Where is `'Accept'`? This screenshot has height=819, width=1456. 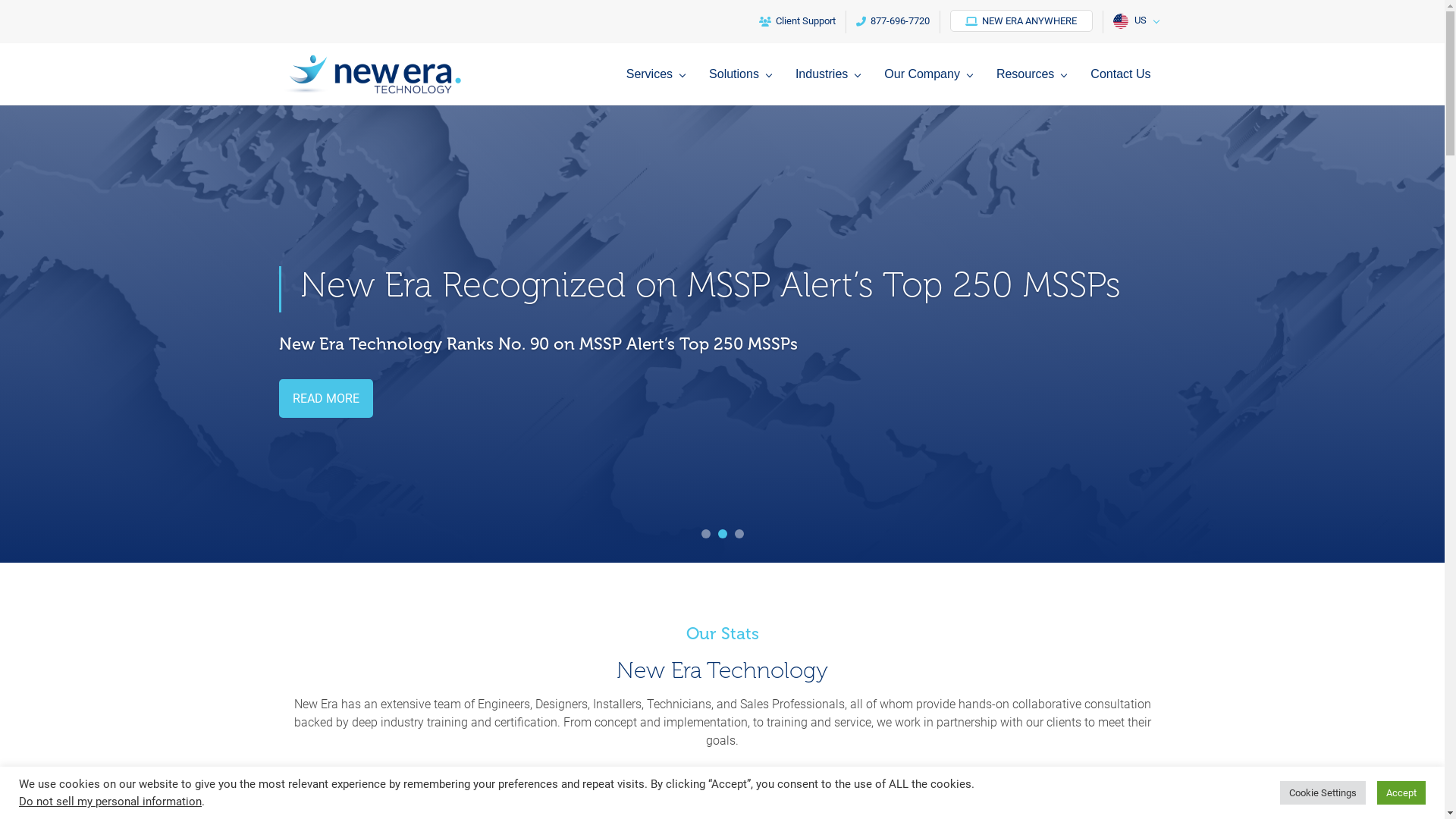
'Accept' is located at coordinates (1401, 792).